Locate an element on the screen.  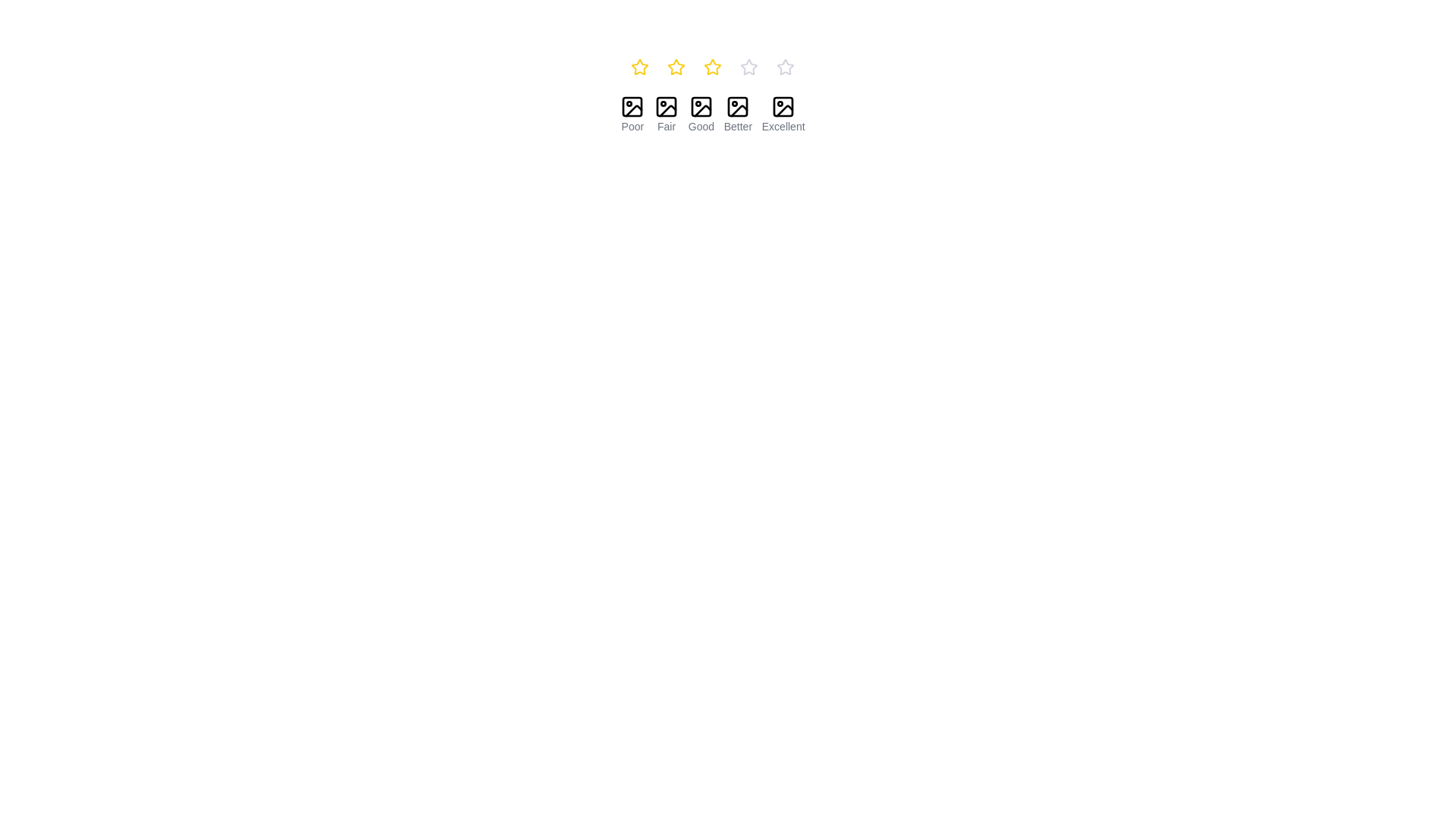
the second yellow star icon in the horizontal sequence of five star icons at the top center of the interface to set a rating is located at coordinates (676, 66).